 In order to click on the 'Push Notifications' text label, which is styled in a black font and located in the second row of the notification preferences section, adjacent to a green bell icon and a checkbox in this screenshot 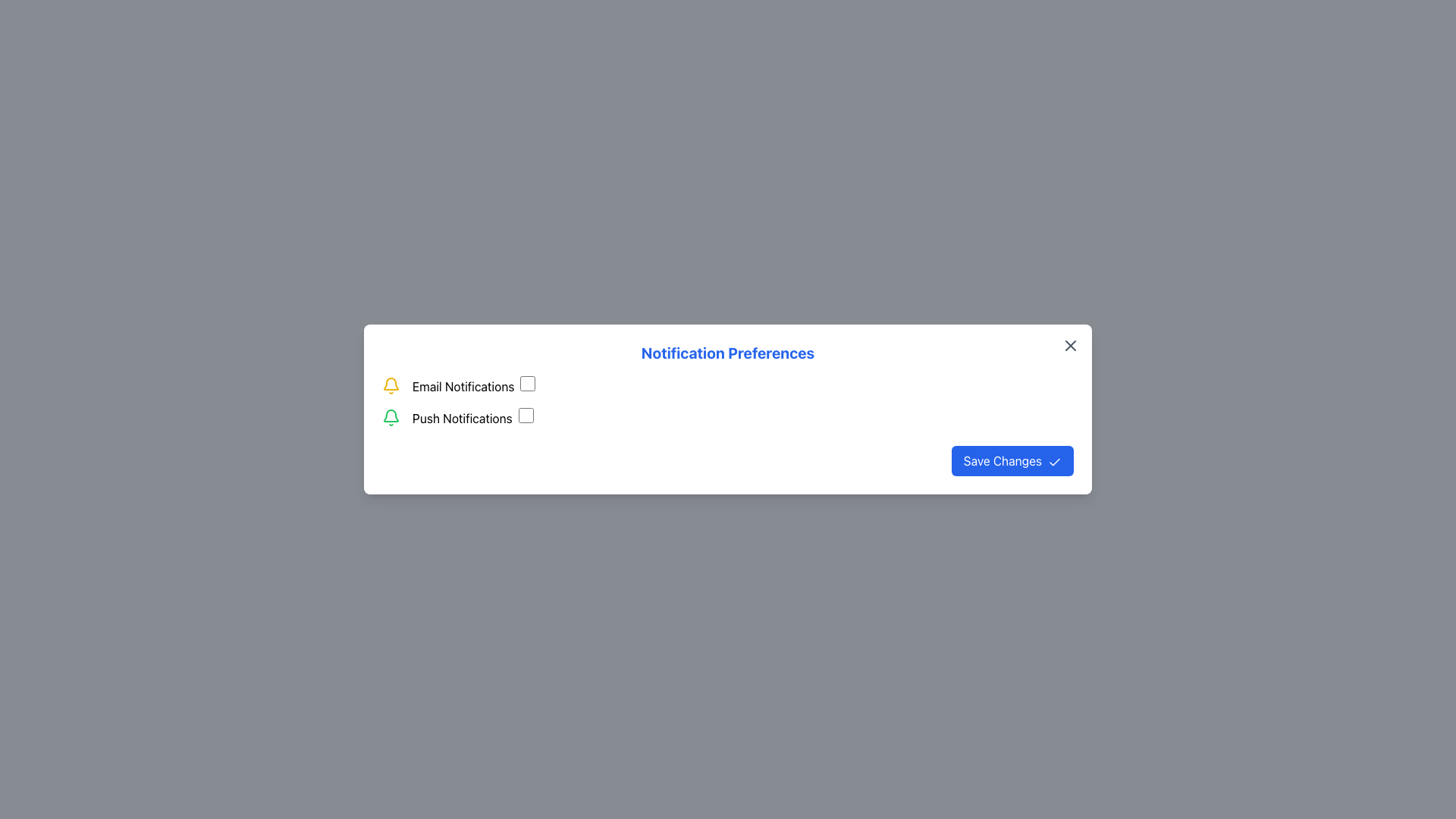, I will do `click(472, 418)`.